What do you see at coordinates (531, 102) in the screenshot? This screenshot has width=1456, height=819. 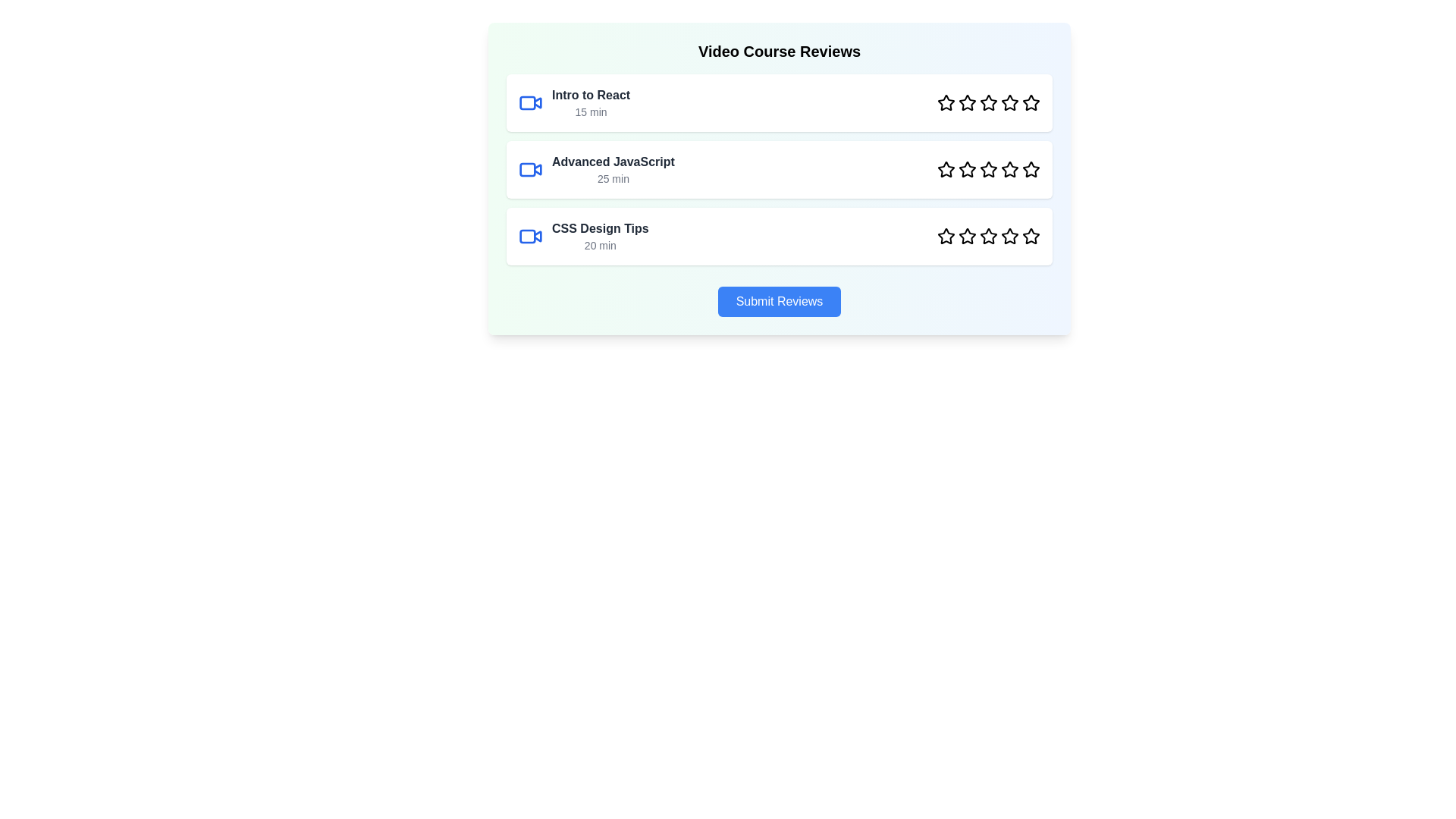 I see `the video icon next to the video title` at bounding box center [531, 102].